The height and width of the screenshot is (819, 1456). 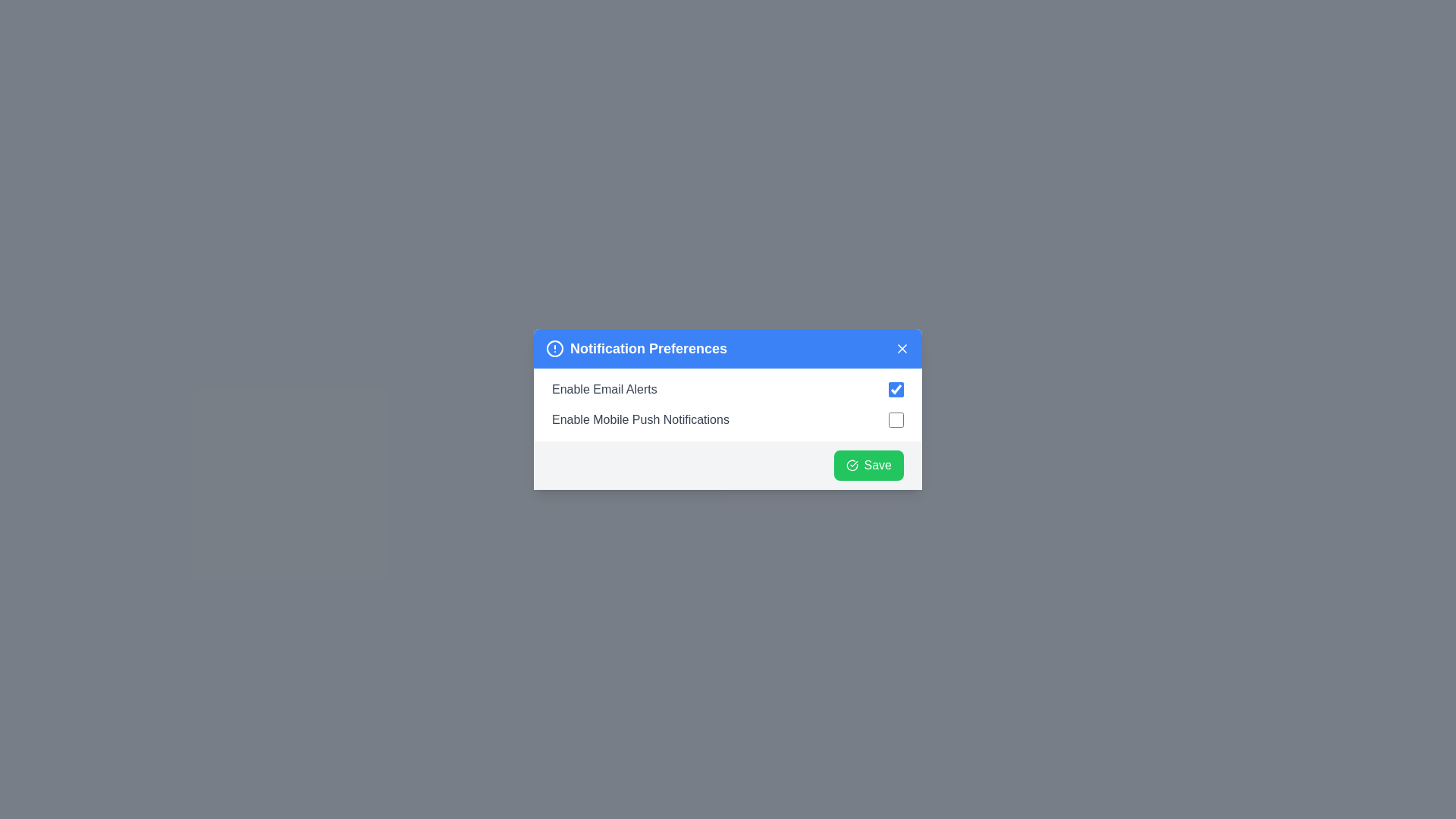 I want to click on the title or heading text element located in the header section of the settings window, which provides context for the user about the settings they can modify, so click(x=636, y=348).